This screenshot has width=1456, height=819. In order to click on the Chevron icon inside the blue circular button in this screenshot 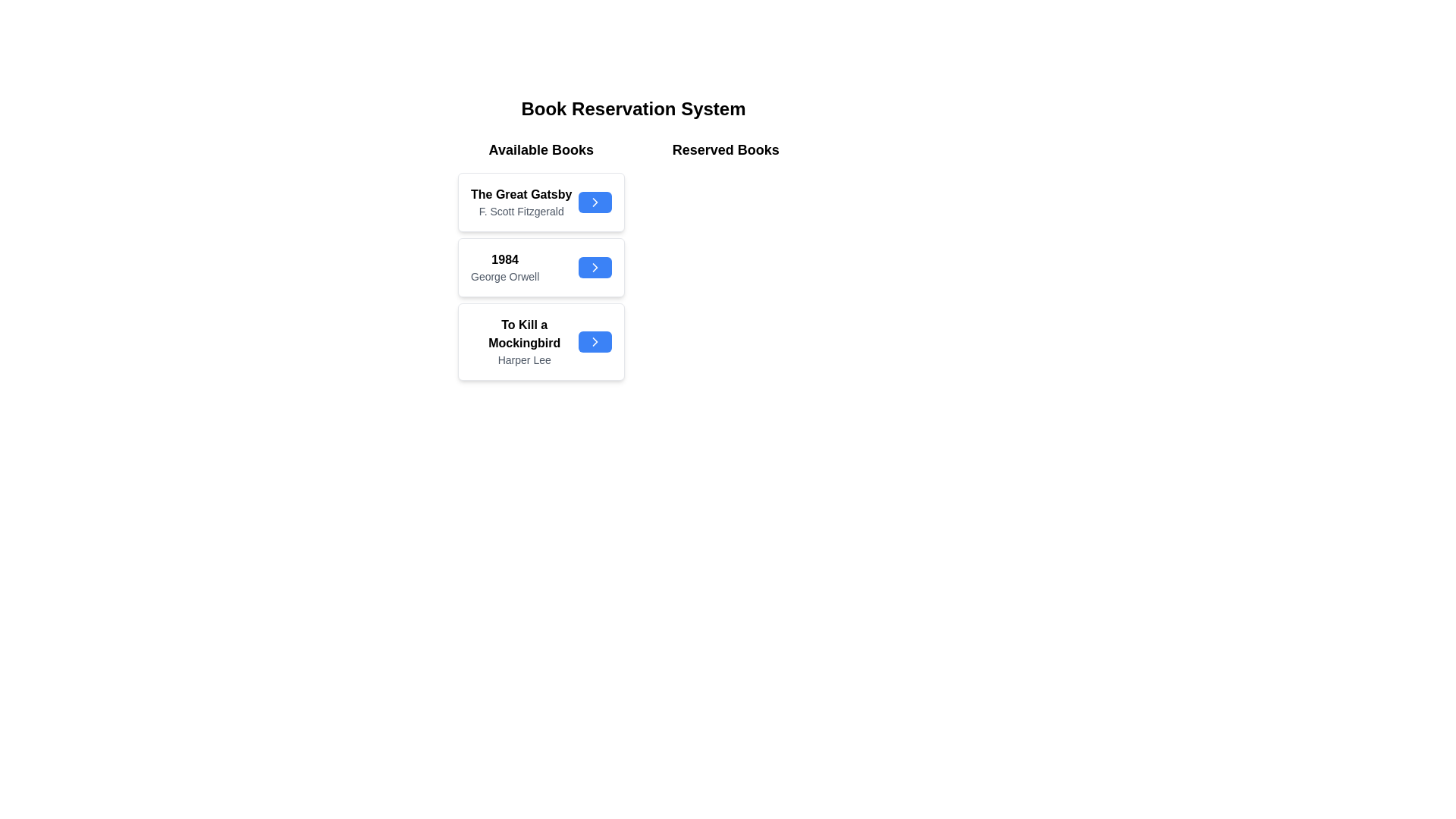, I will do `click(594, 267)`.